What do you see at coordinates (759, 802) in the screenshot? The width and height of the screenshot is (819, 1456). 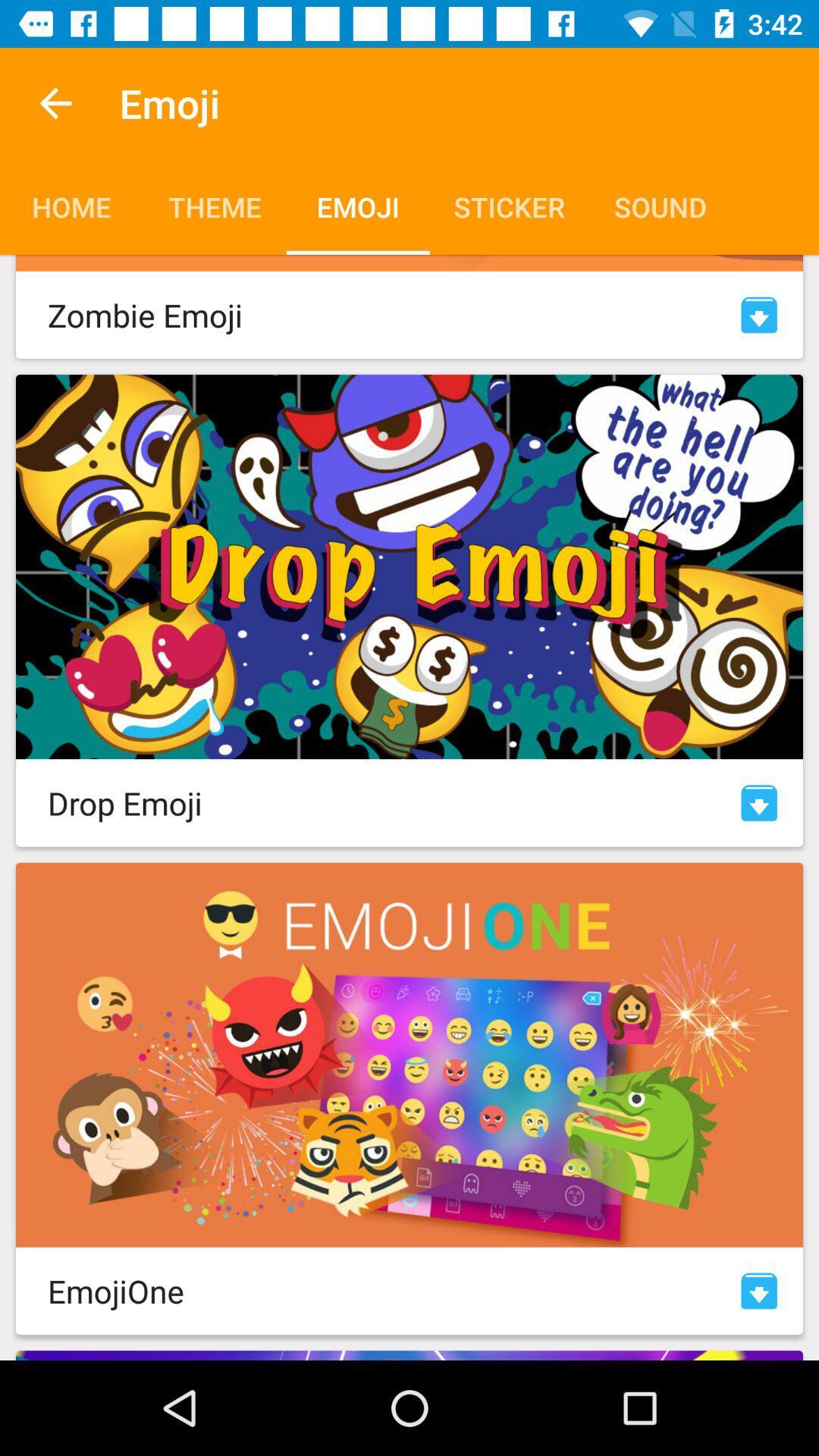 I see `download drop emoji` at bounding box center [759, 802].